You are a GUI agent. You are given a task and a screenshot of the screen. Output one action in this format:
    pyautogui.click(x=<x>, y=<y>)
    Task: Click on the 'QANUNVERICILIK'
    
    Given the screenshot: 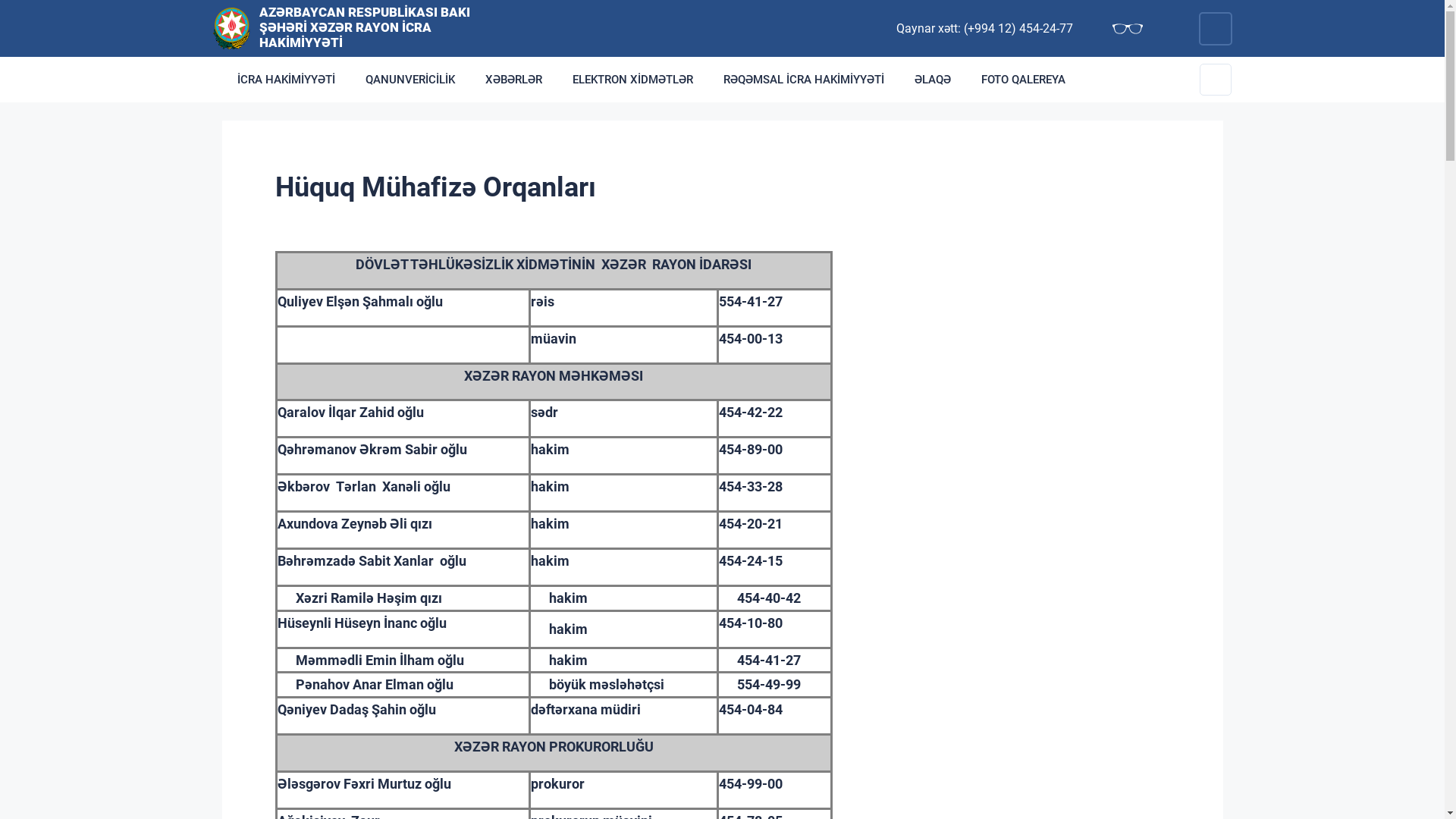 What is the action you would take?
    pyautogui.click(x=410, y=79)
    